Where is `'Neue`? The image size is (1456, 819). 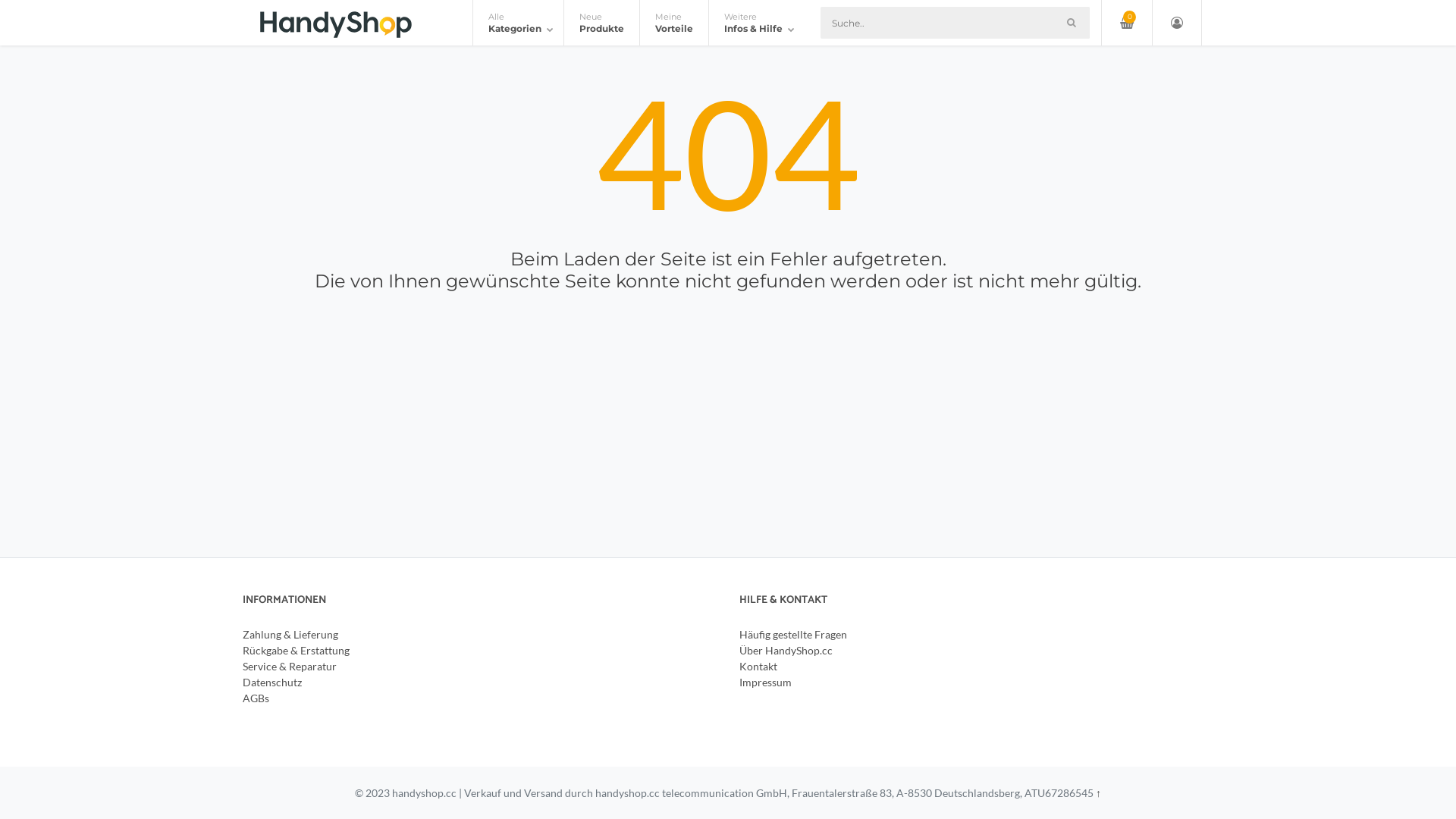
'Neue is located at coordinates (600, 23).